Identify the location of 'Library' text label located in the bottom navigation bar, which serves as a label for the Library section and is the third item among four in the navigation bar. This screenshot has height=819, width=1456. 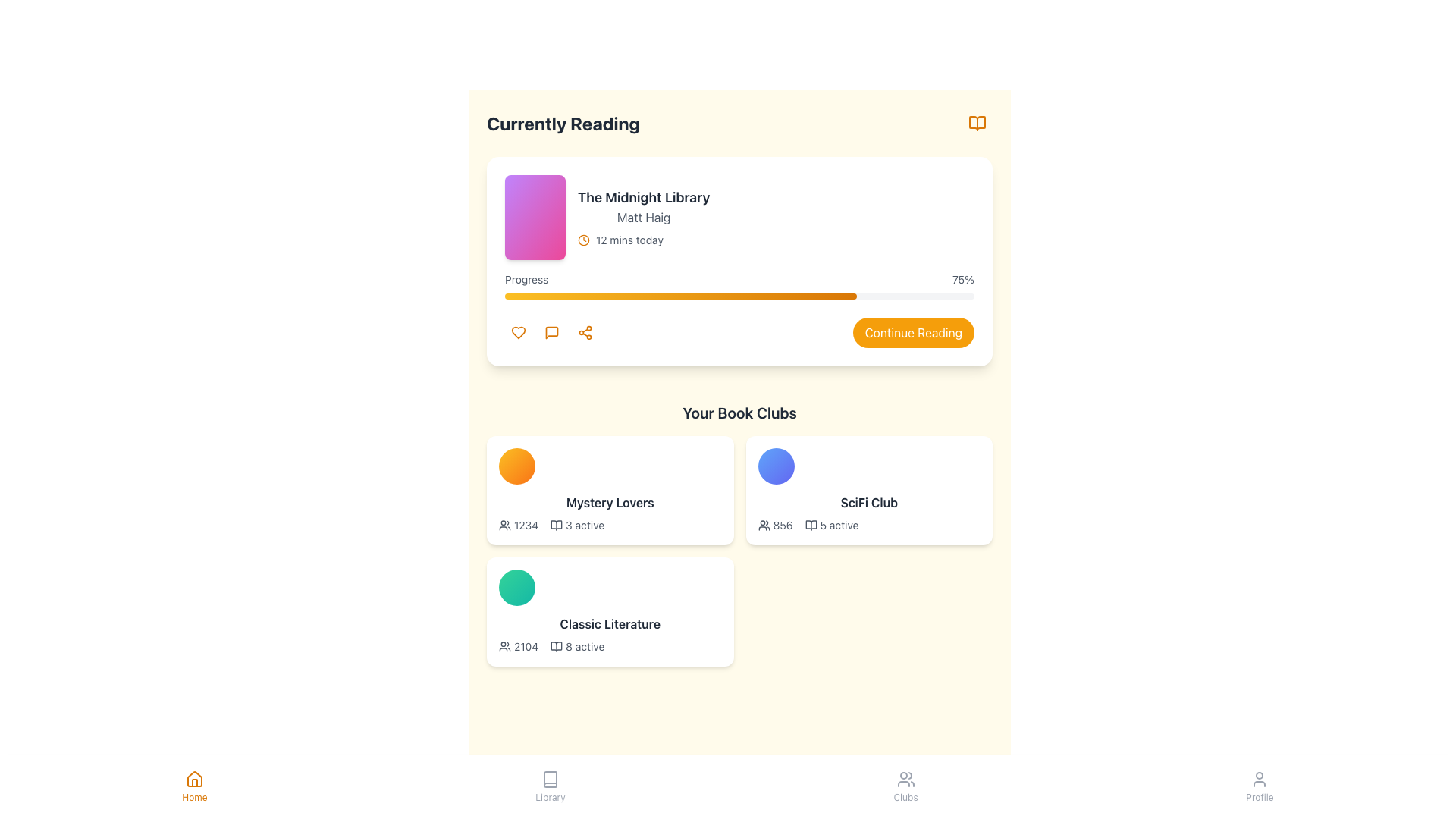
(549, 797).